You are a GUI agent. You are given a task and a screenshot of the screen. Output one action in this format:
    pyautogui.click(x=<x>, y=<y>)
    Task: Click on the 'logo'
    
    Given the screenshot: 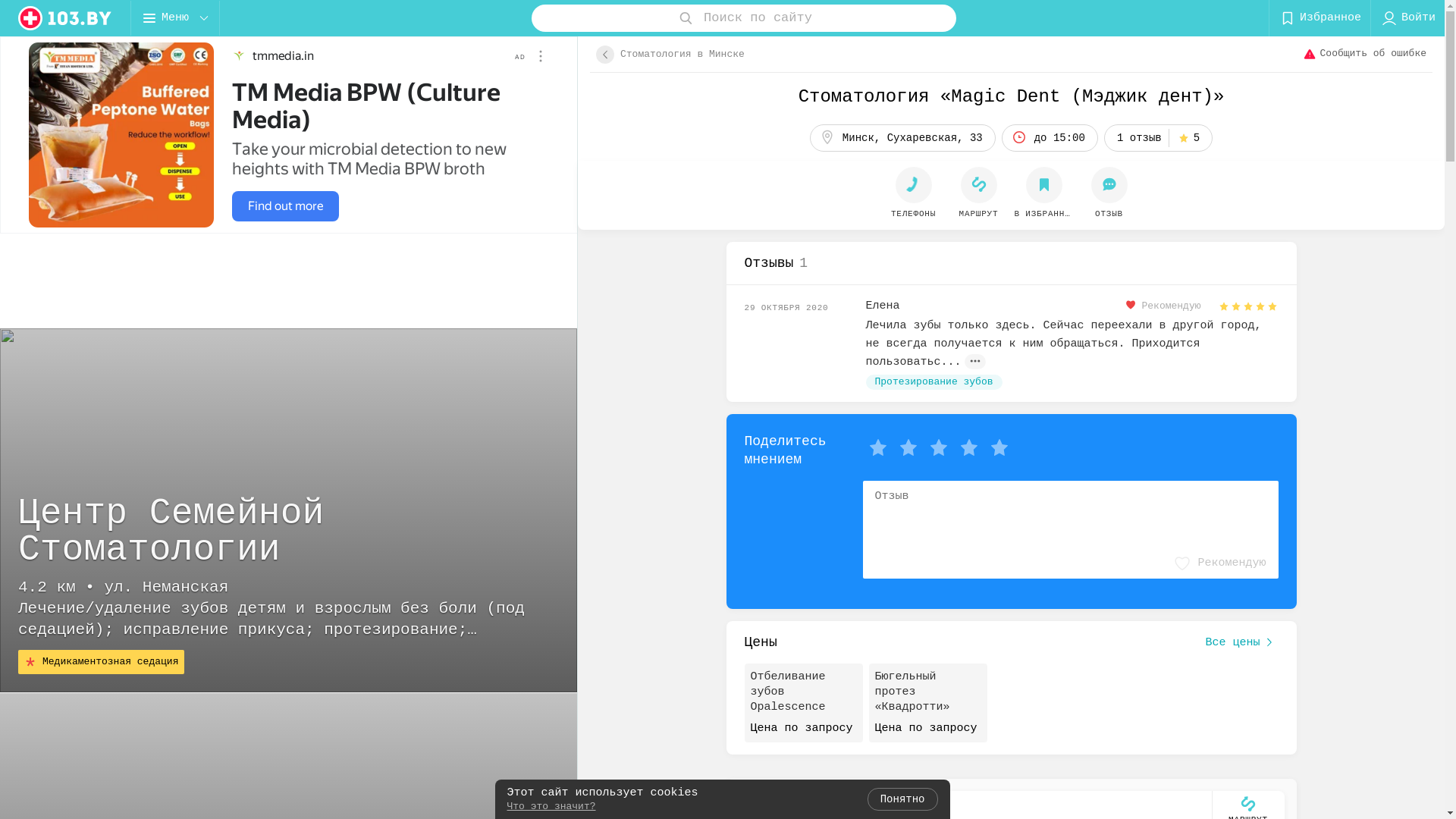 What is the action you would take?
    pyautogui.click(x=64, y=17)
    